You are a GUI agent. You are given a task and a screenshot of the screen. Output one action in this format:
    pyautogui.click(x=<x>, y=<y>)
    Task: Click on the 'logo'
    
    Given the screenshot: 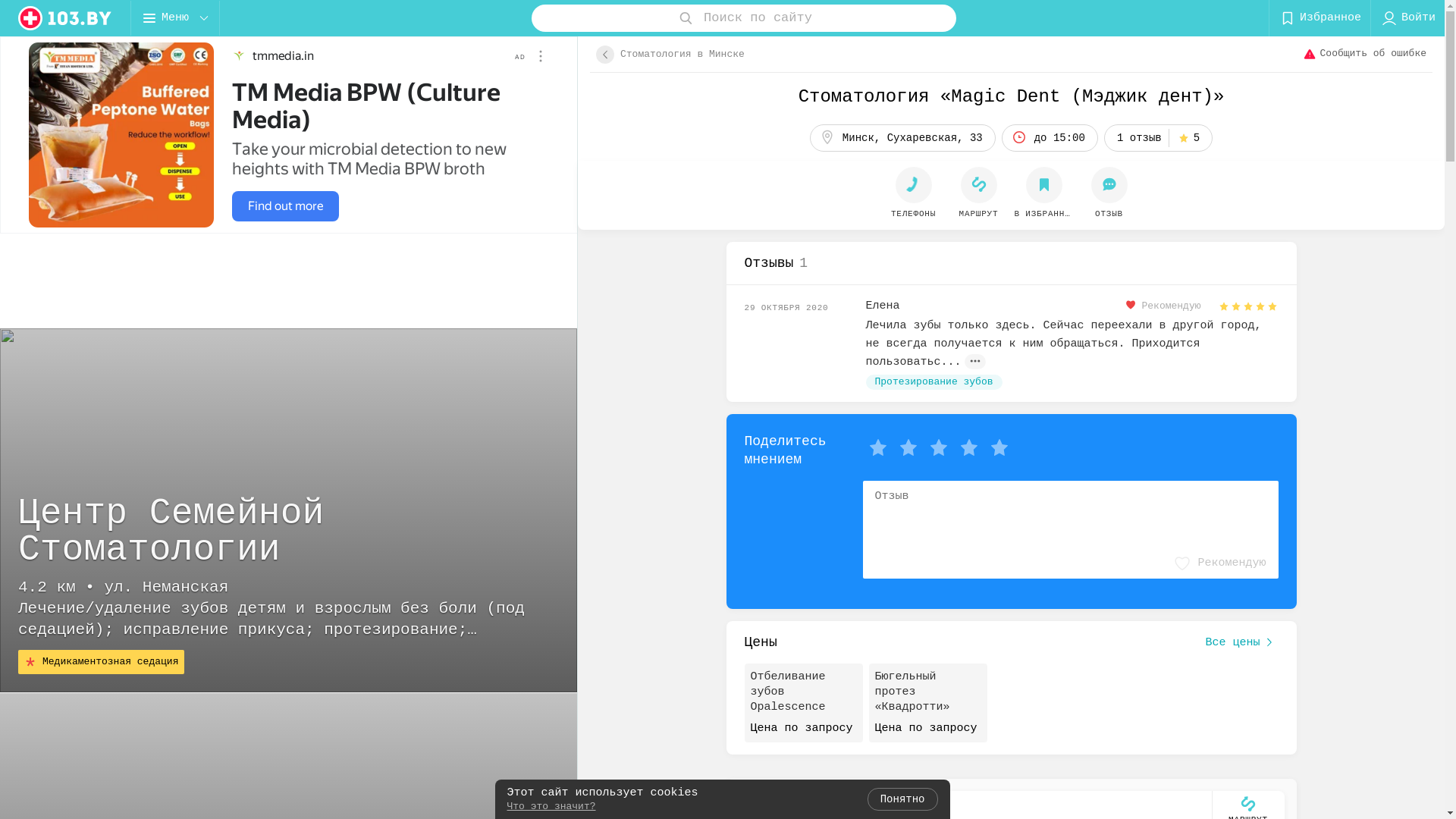 What is the action you would take?
    pyautogui.click(x=64, y=17)
    